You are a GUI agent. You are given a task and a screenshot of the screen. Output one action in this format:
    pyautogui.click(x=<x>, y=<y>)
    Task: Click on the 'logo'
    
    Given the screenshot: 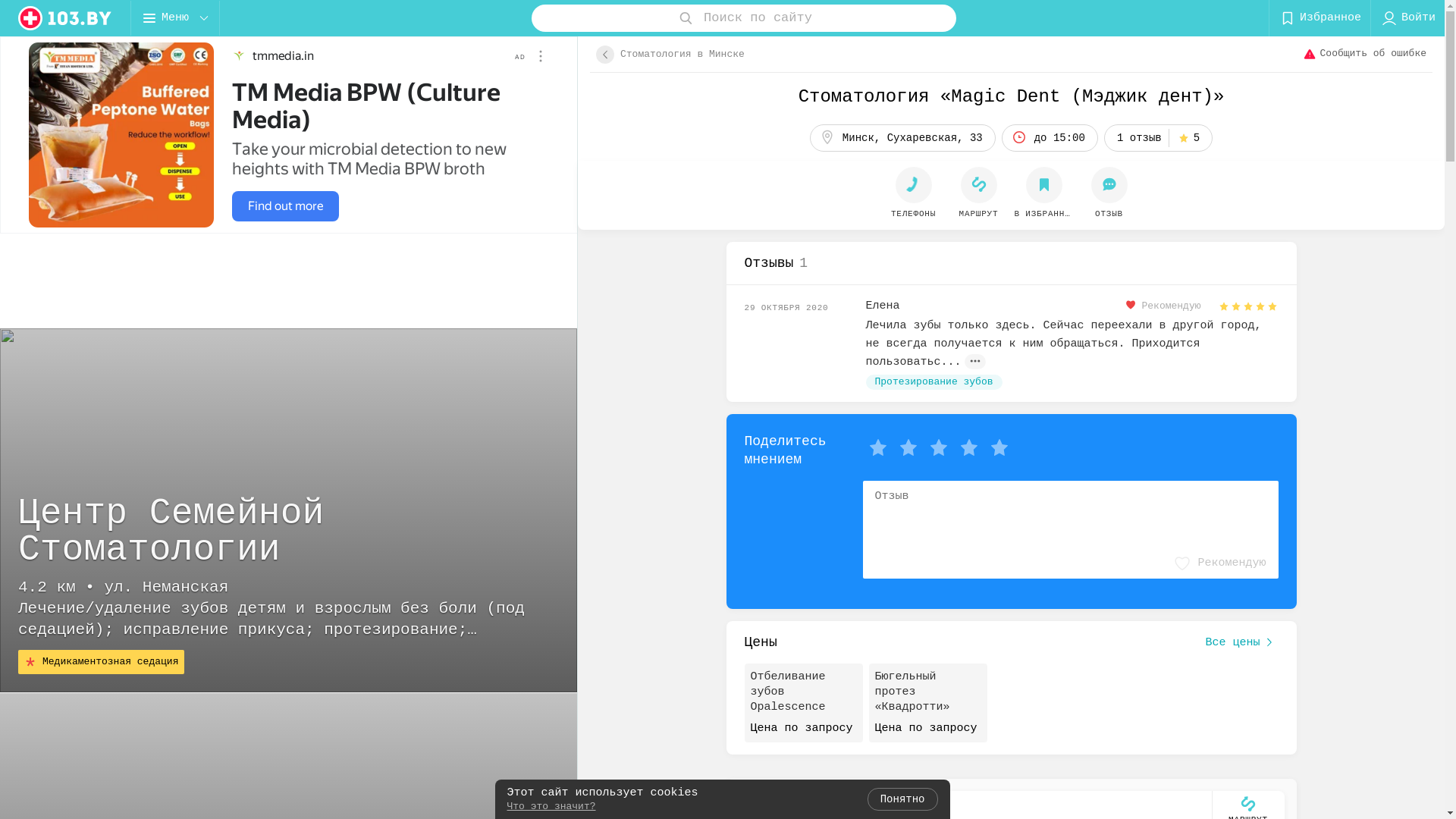 What is the action you would take?
    pyautogui.click(x=64, y=17)
    